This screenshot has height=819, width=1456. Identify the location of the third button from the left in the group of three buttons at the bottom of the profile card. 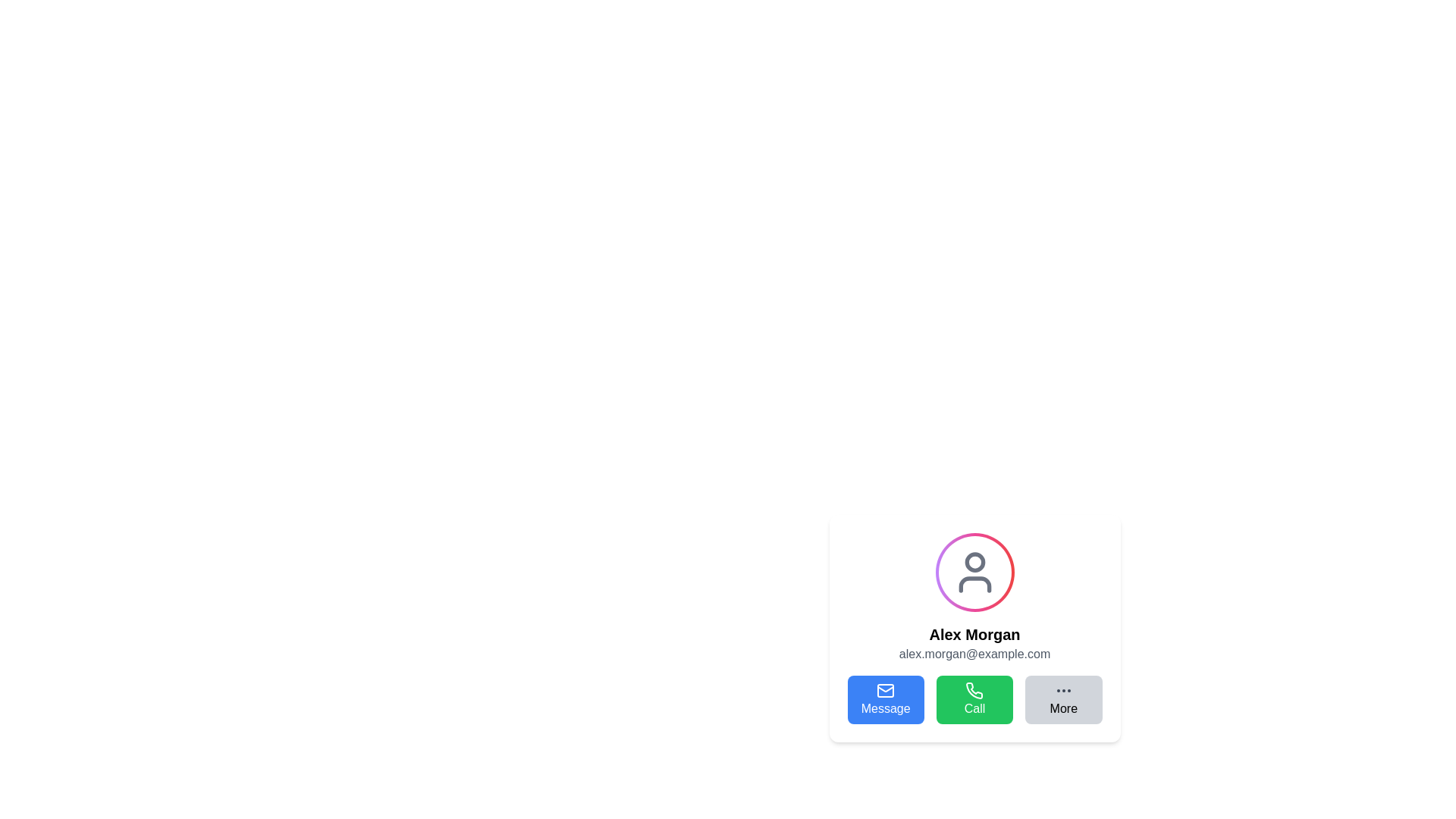
(1062, 699).